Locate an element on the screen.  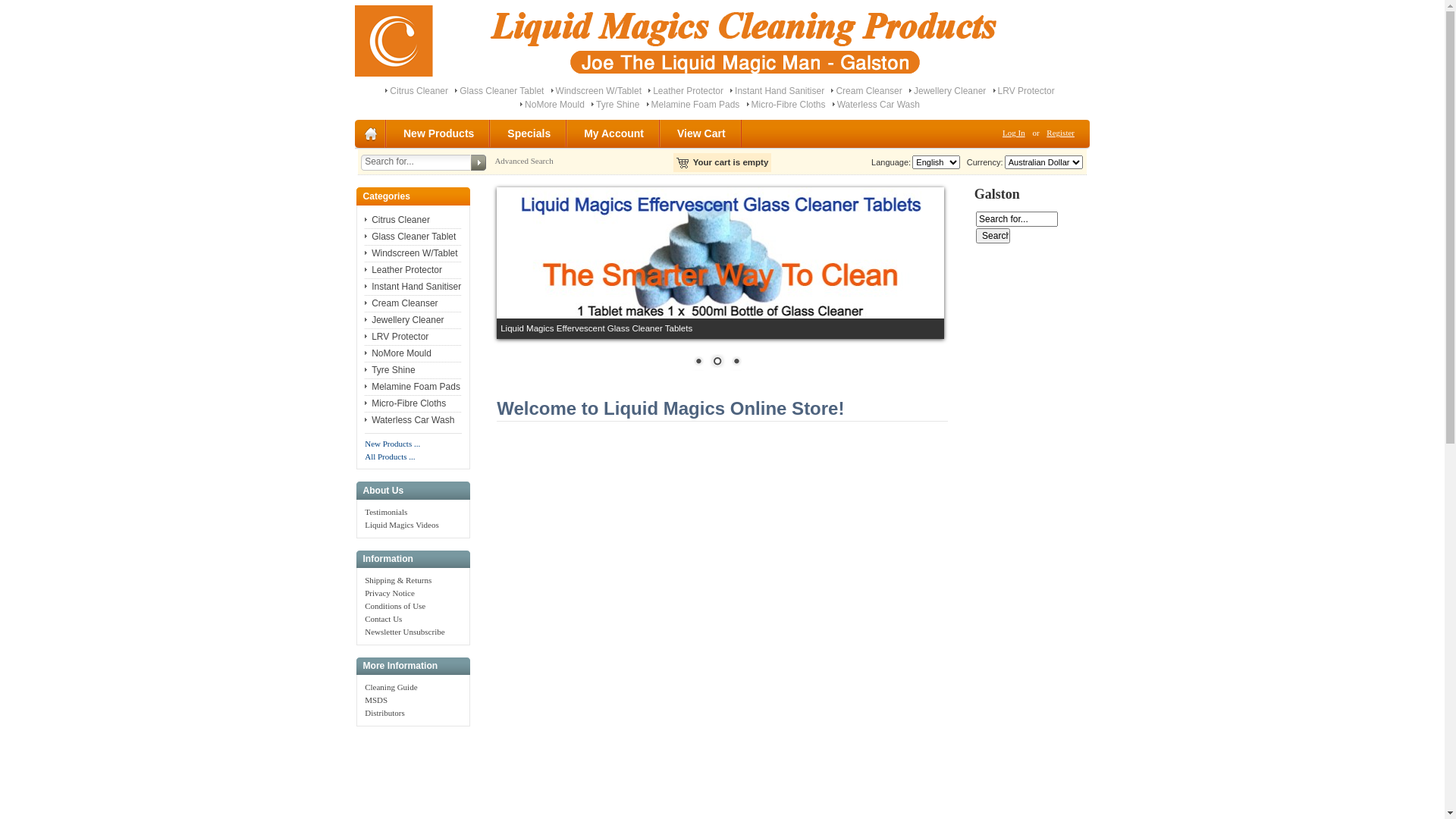
'Melamine Foam Pads' is located at coordinates (412, 385).